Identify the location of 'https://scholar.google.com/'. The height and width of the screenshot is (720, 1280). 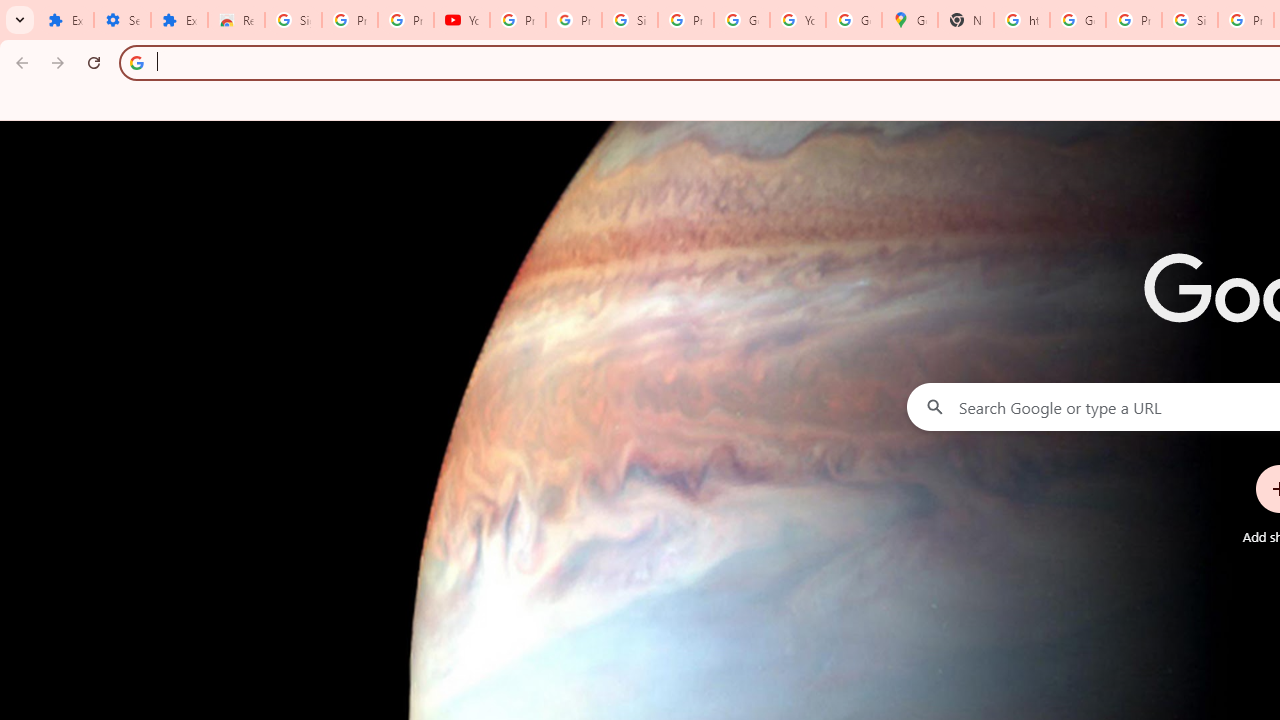
(1022, 20).